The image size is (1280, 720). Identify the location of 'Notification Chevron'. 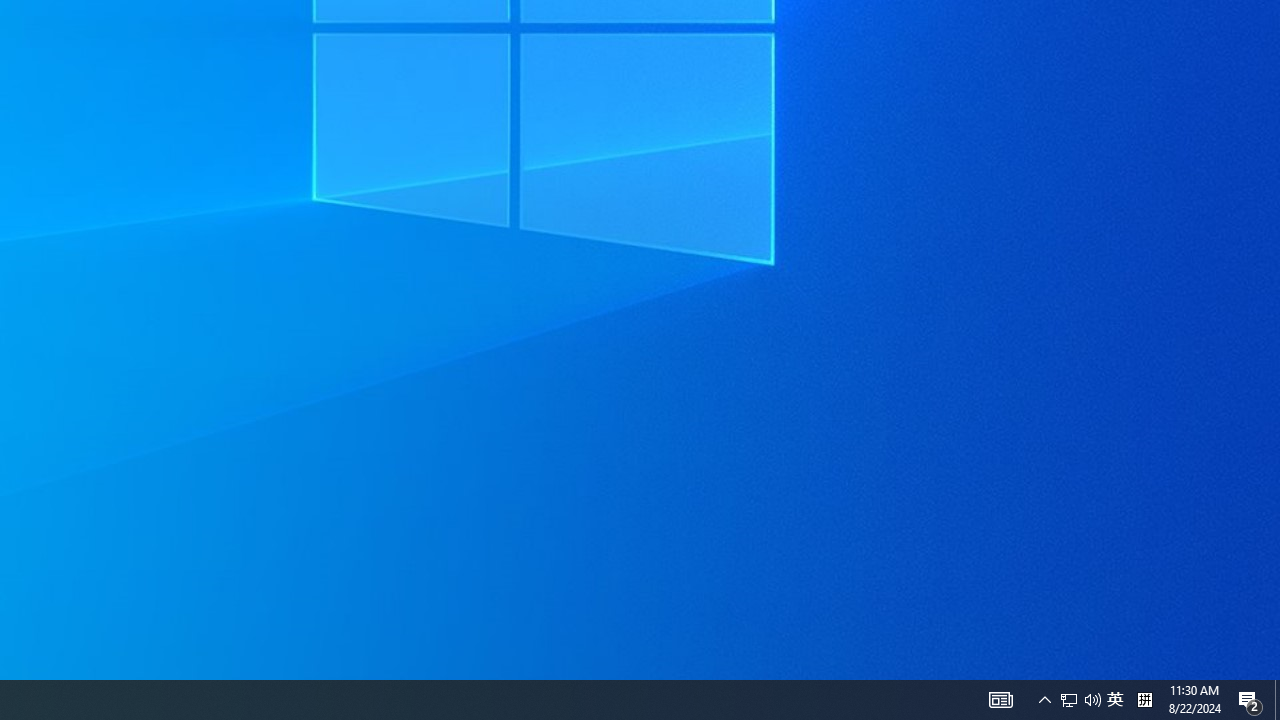
(1092, 698).